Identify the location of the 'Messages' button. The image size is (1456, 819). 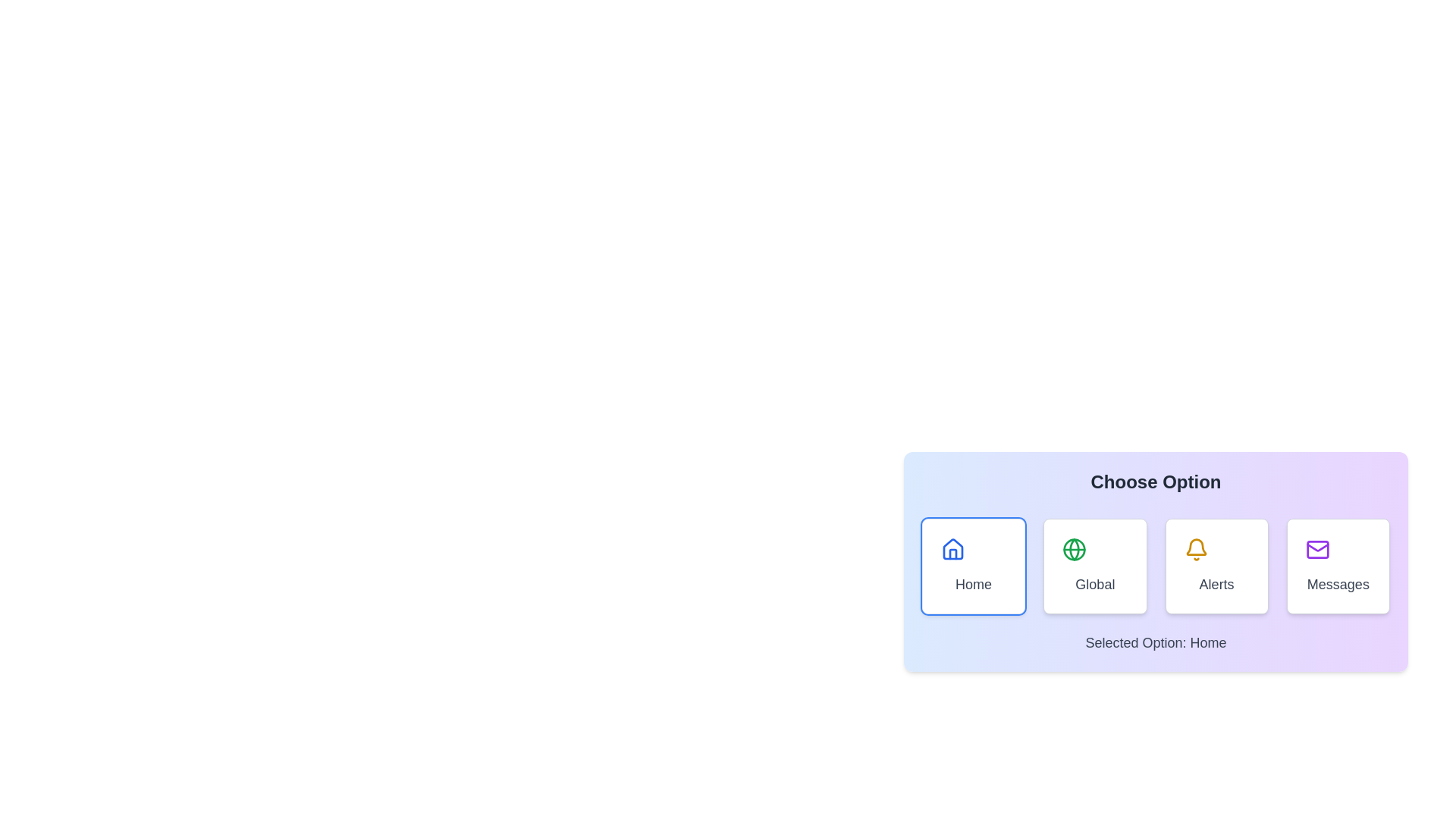
(1338, 566).